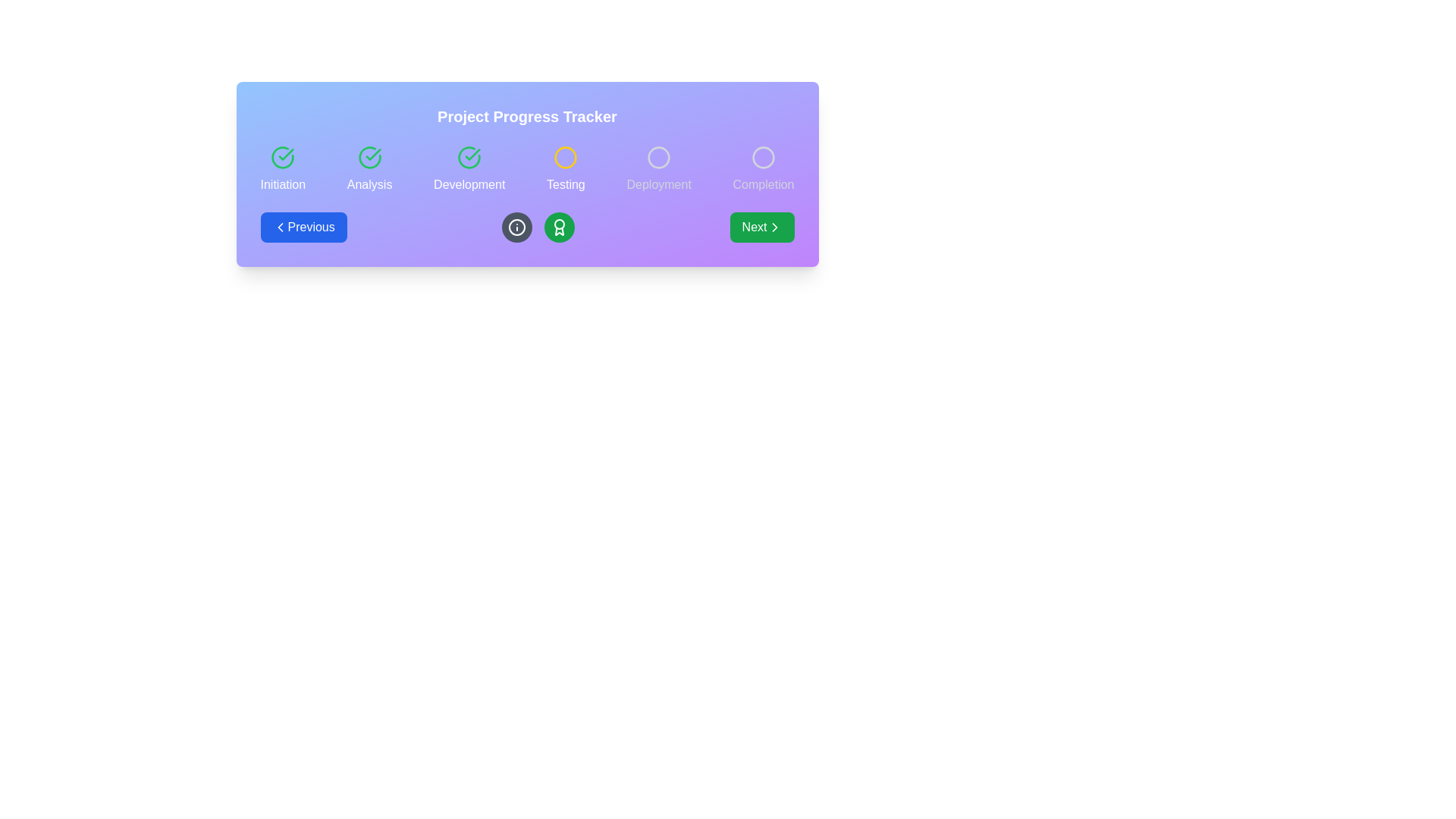 This screenshot has height=819, width=1456. What do you see at coordinates (469, 169) in the screenshot?
I see `the Progress step indicator, which features a green circular icon with a checkmark and the text 'Development' below it, positioned as the third step in a list of progress steps` at bounding box center [469, 169].